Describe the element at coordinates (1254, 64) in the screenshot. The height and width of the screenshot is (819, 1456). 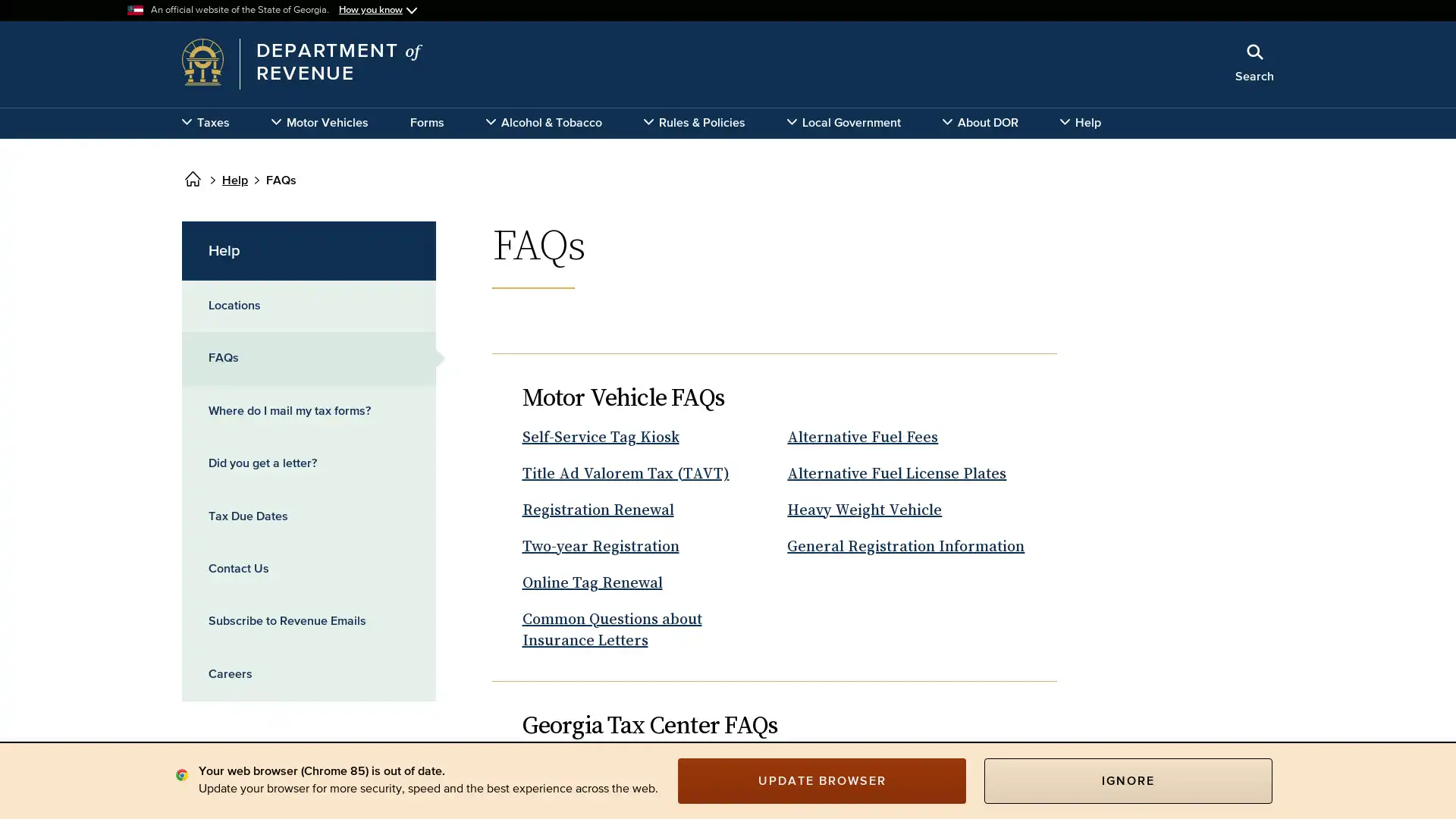
I see `Search` at that location.